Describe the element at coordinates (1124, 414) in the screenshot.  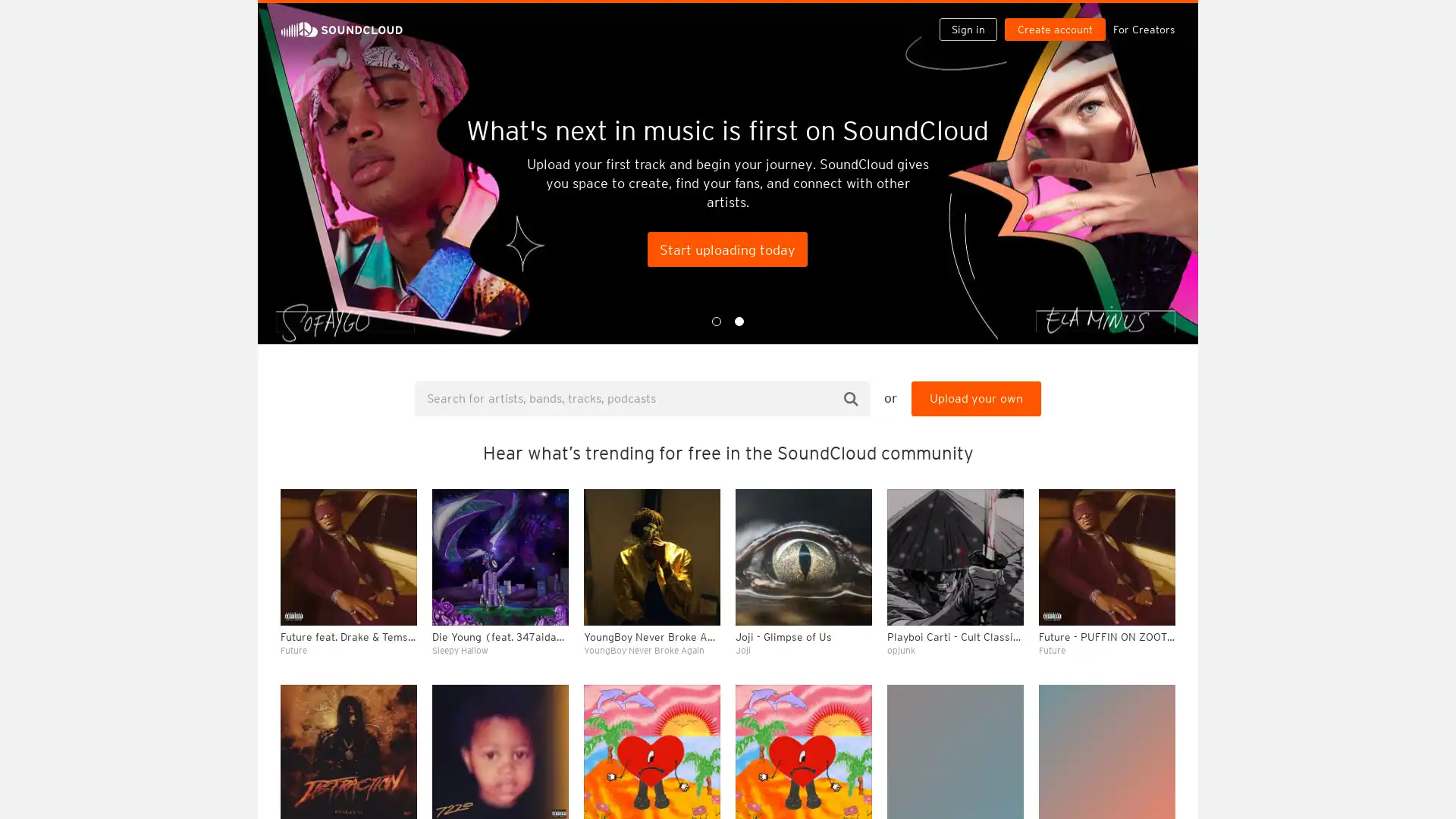
I see `Clear` at that location.